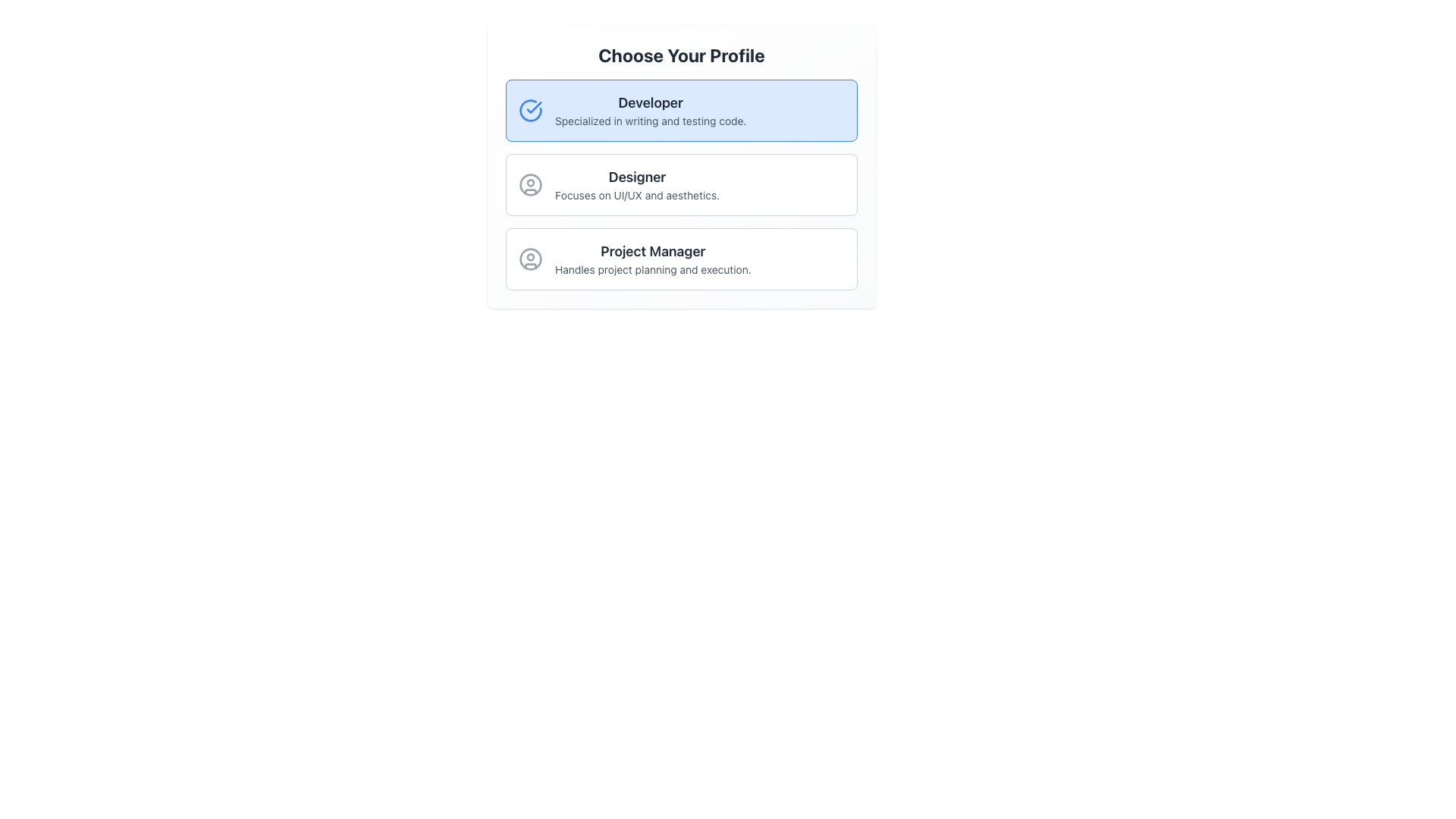  What do you see at coordinates (680, 184) in the screenshot?
I see `the 'Designer' selectable card` at bounding box center [680, 184].